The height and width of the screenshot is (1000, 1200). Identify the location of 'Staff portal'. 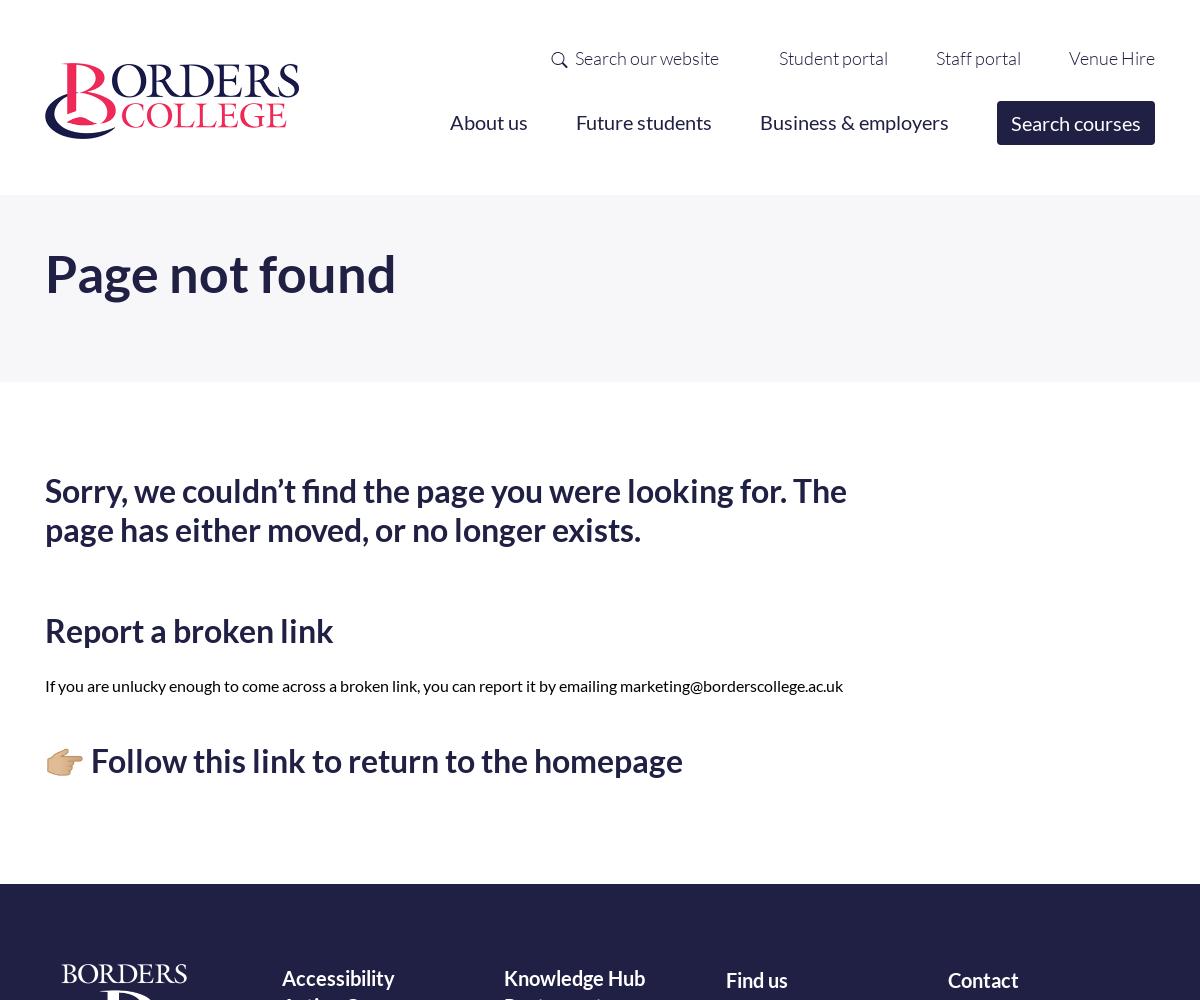
(936, 57).